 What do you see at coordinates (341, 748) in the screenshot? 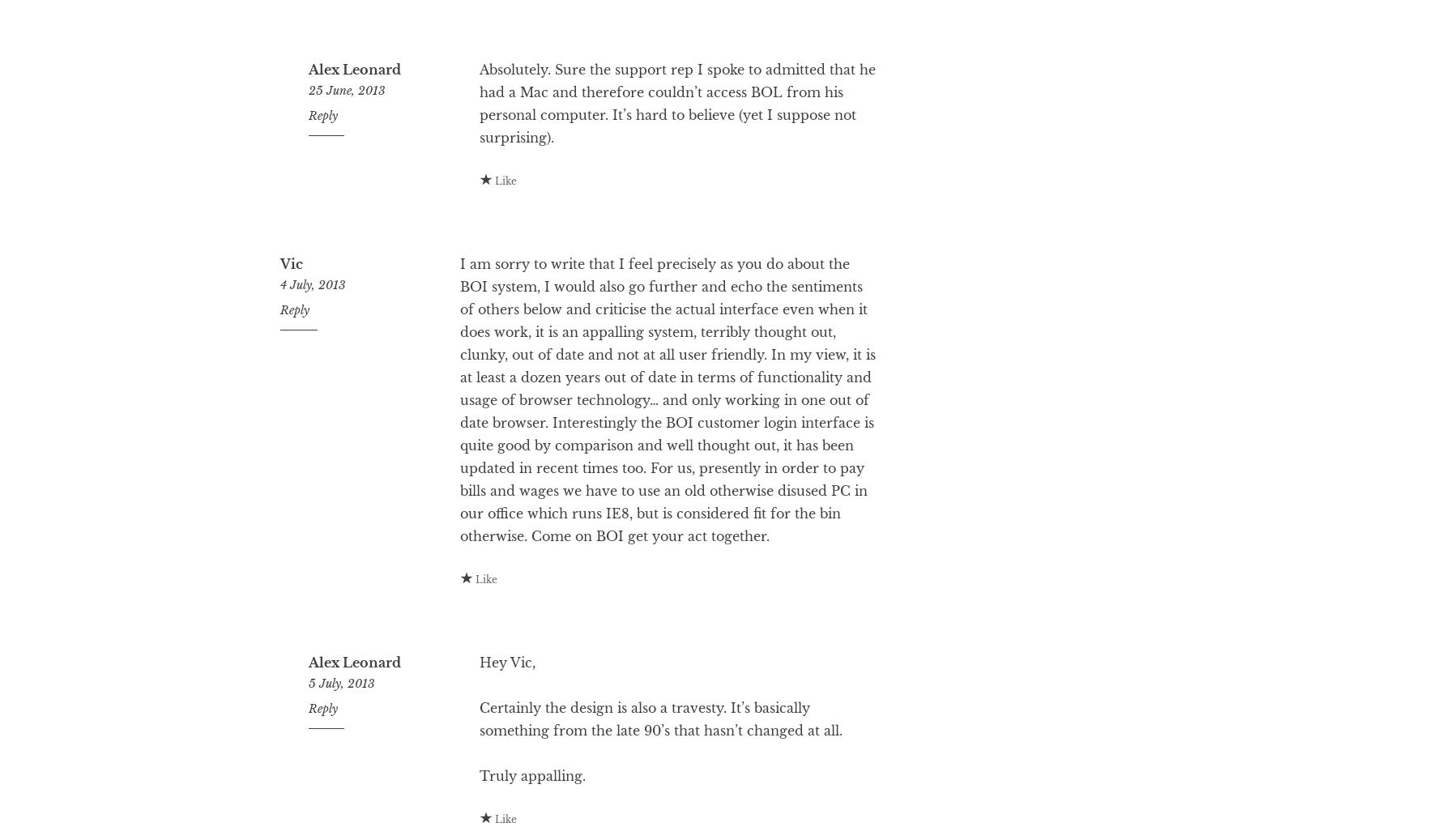
I see `'5 July, 2013'` at bounding box center [341, 748].